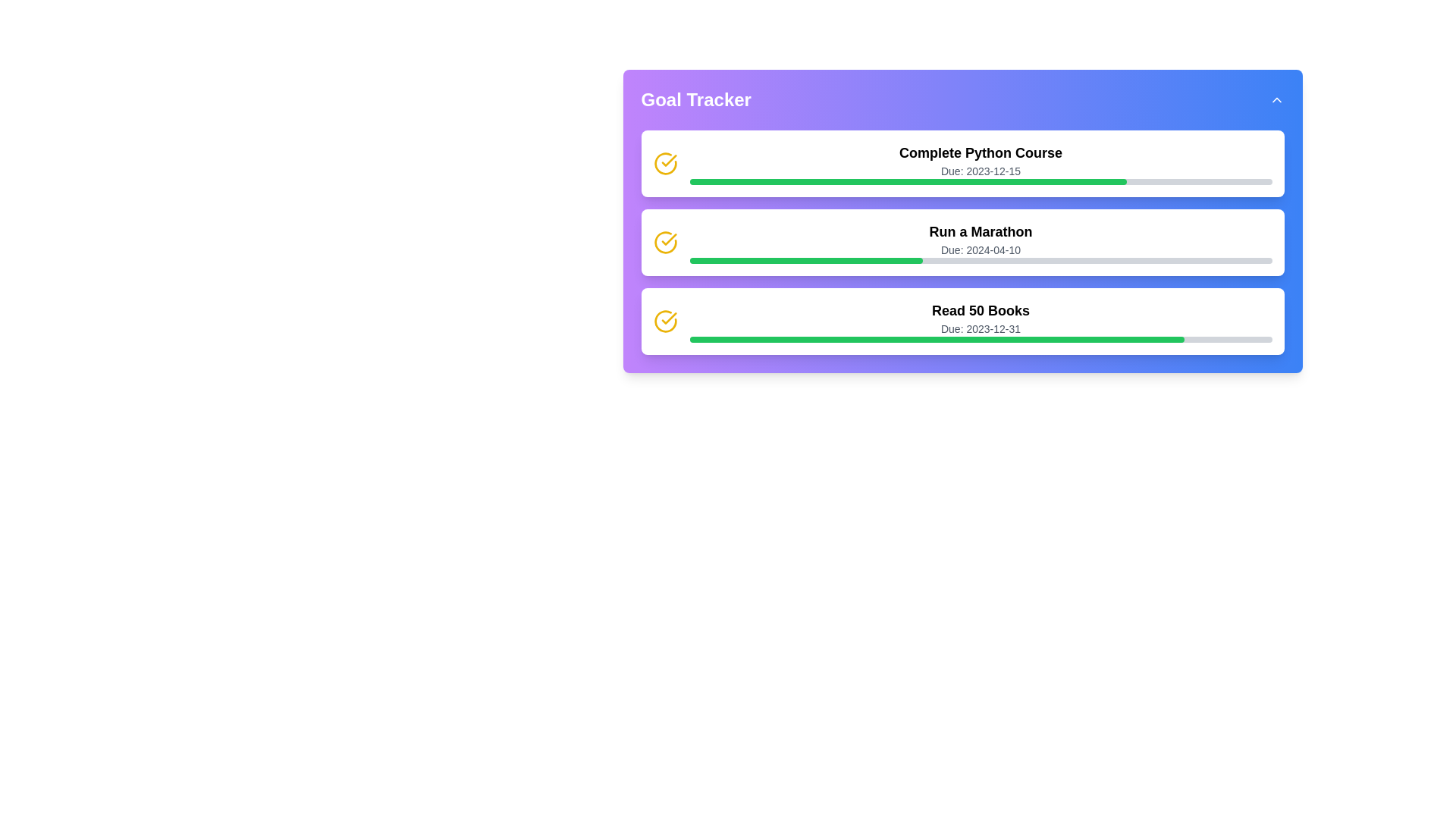 The width and height of the screenshot is (1456, 819). I want to click on the 'Run a Marathon' text label in the second card of the 'Goal Tracker' interface, which displays the phrase in a bold, large font, so click(981, 231).